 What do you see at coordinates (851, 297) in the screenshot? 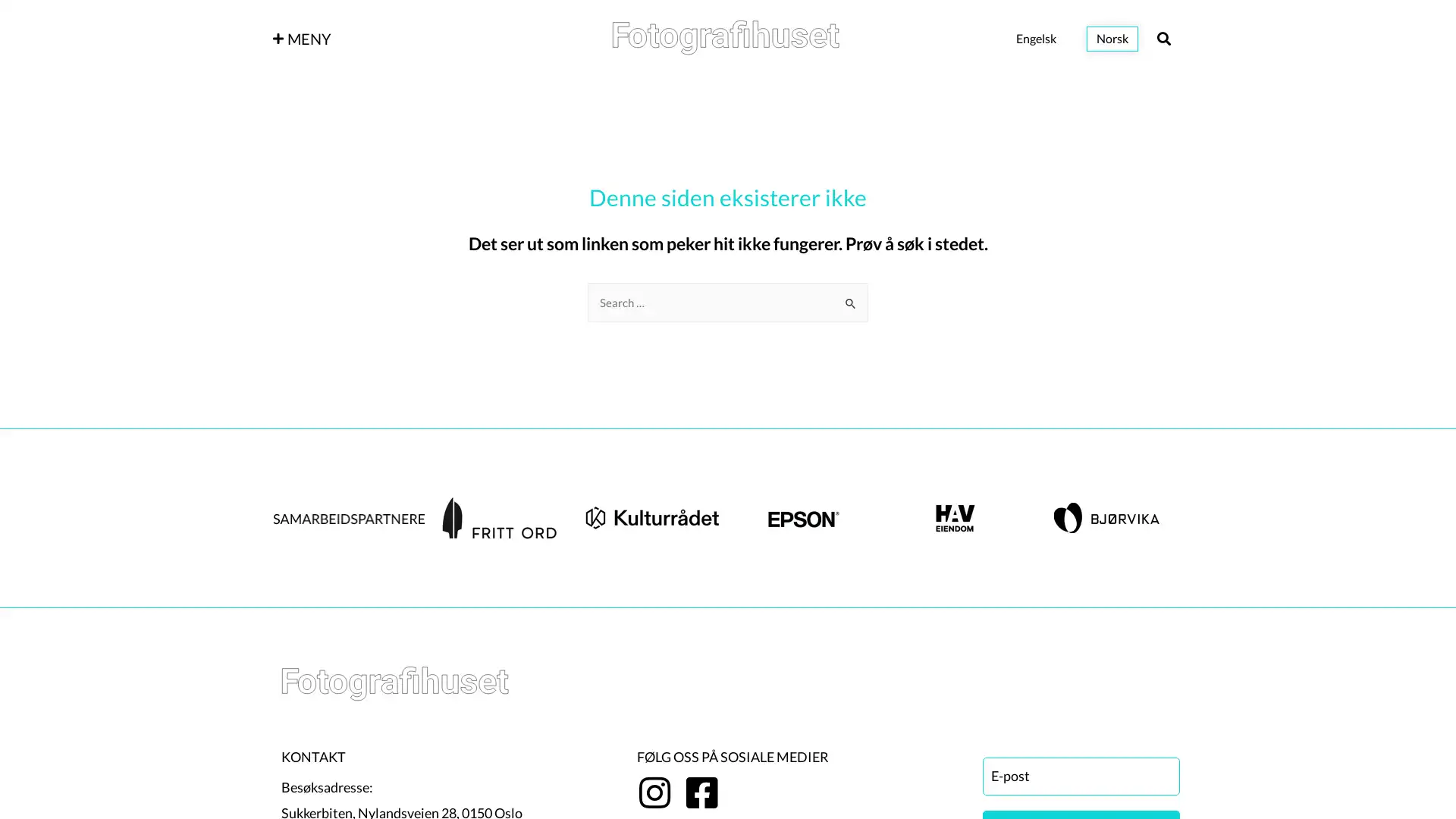
I see `Sk` at bounding box center [851, 297].